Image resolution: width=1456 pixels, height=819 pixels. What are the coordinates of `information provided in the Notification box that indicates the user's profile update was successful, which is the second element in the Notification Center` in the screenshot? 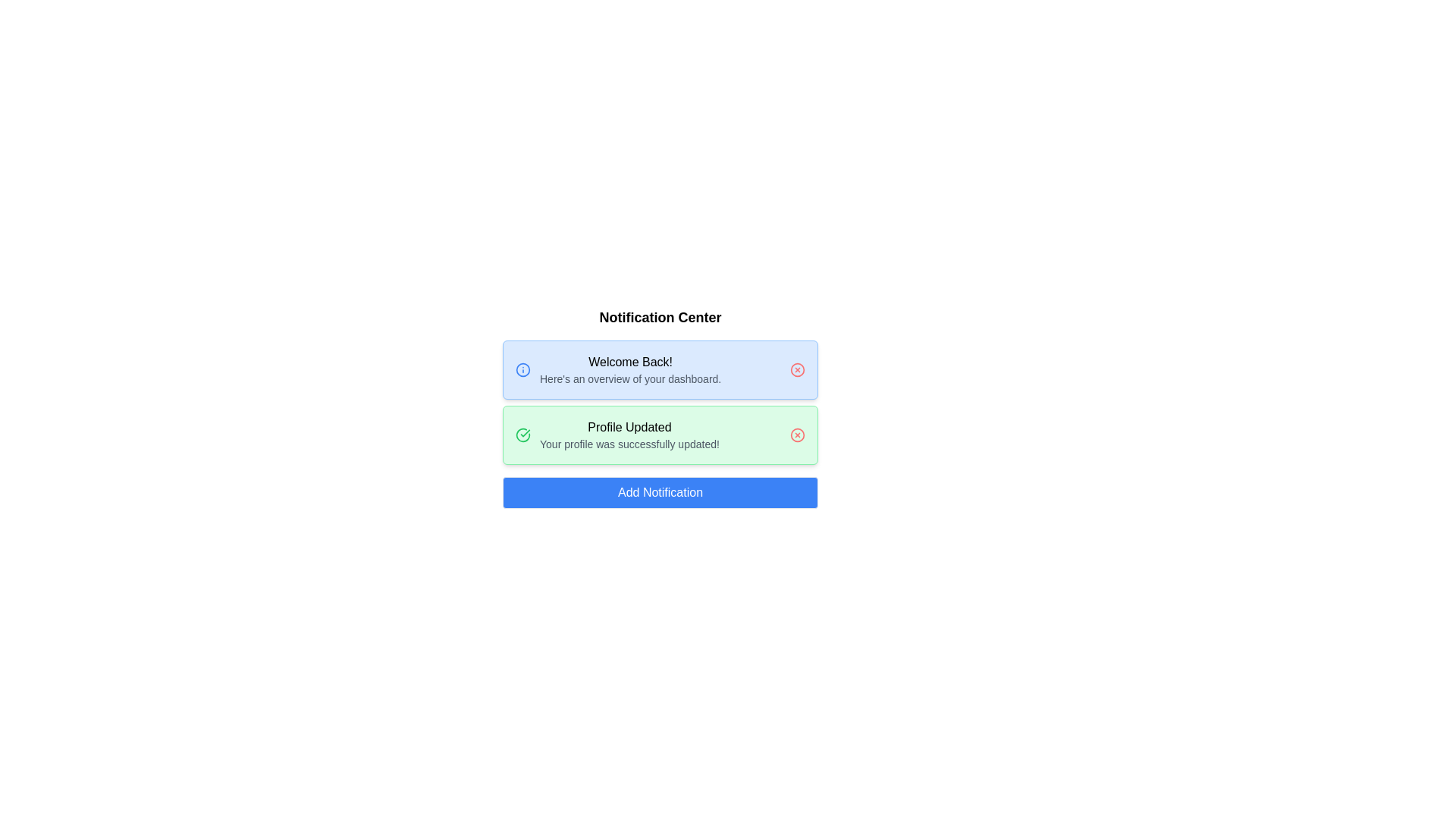 It's located at (660, 435).